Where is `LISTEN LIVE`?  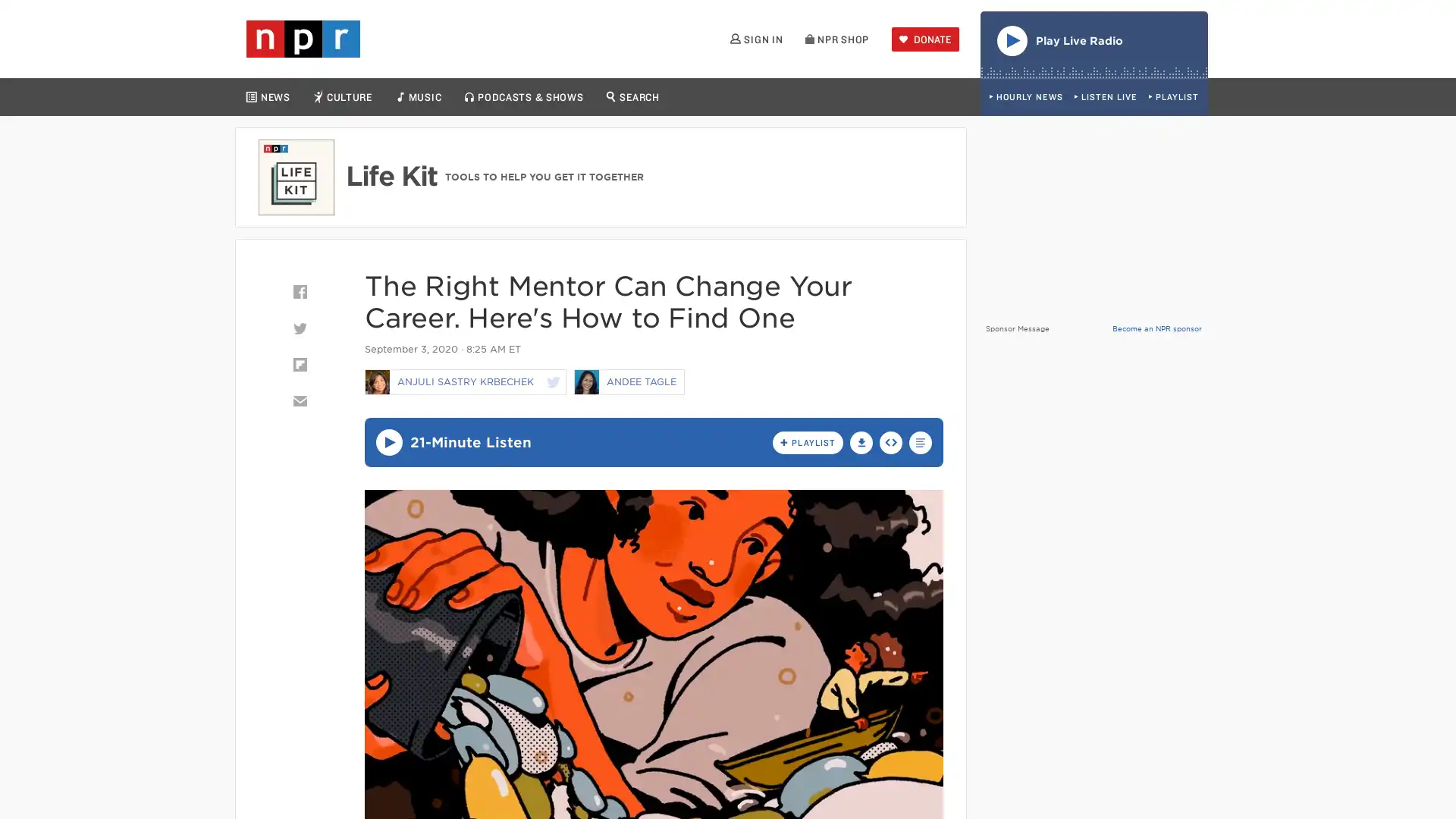 LISTEN LIVE is located at coordinates (1105, 97).